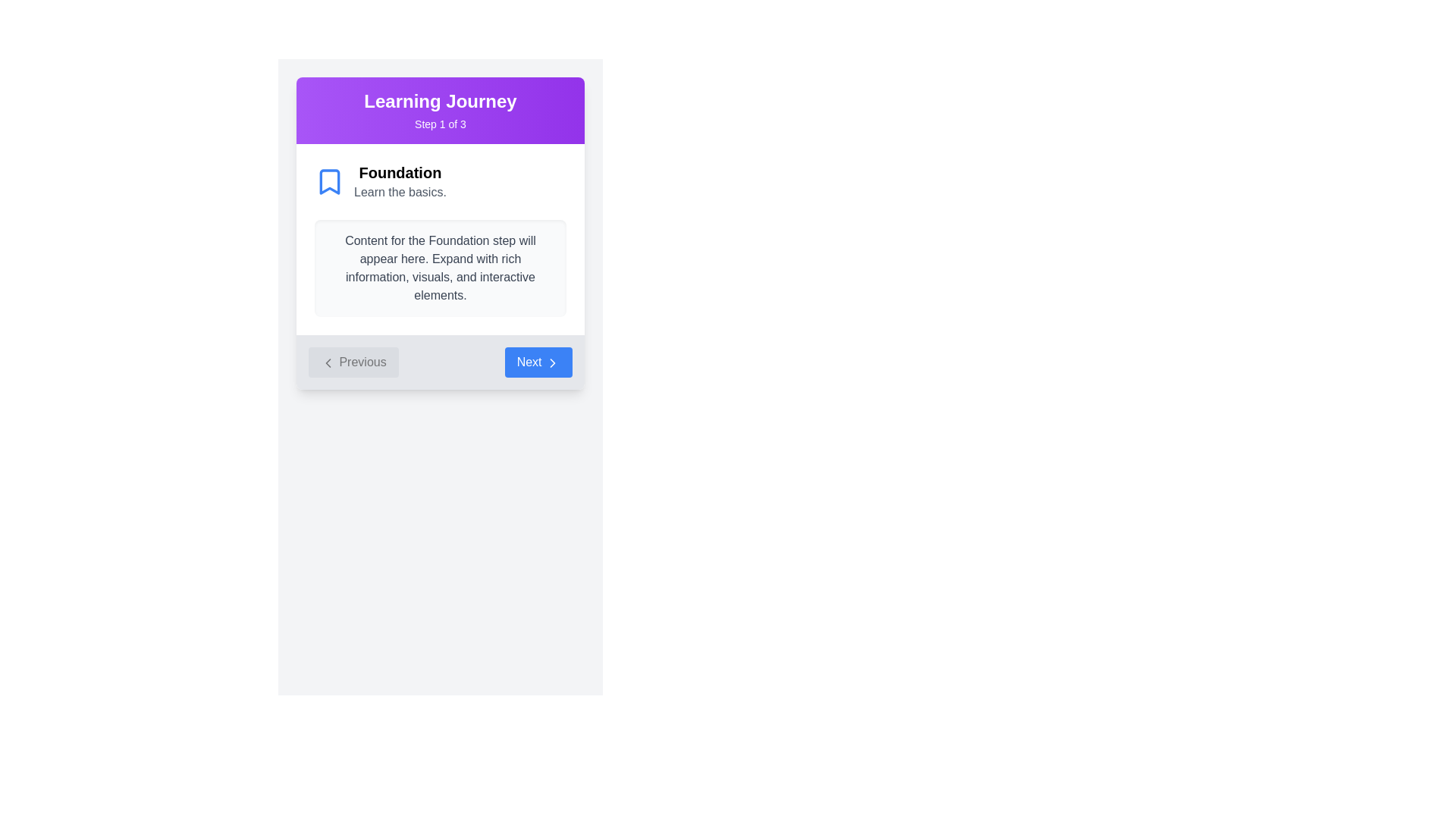  What do you see at coordinates (327, 362) in the screenshot?
I see `the arrow icon in the 'Previous' button, located at the bottom-left of the interactive card, which indicates navigation to the previous step or page` at bounding box center [327, 362].